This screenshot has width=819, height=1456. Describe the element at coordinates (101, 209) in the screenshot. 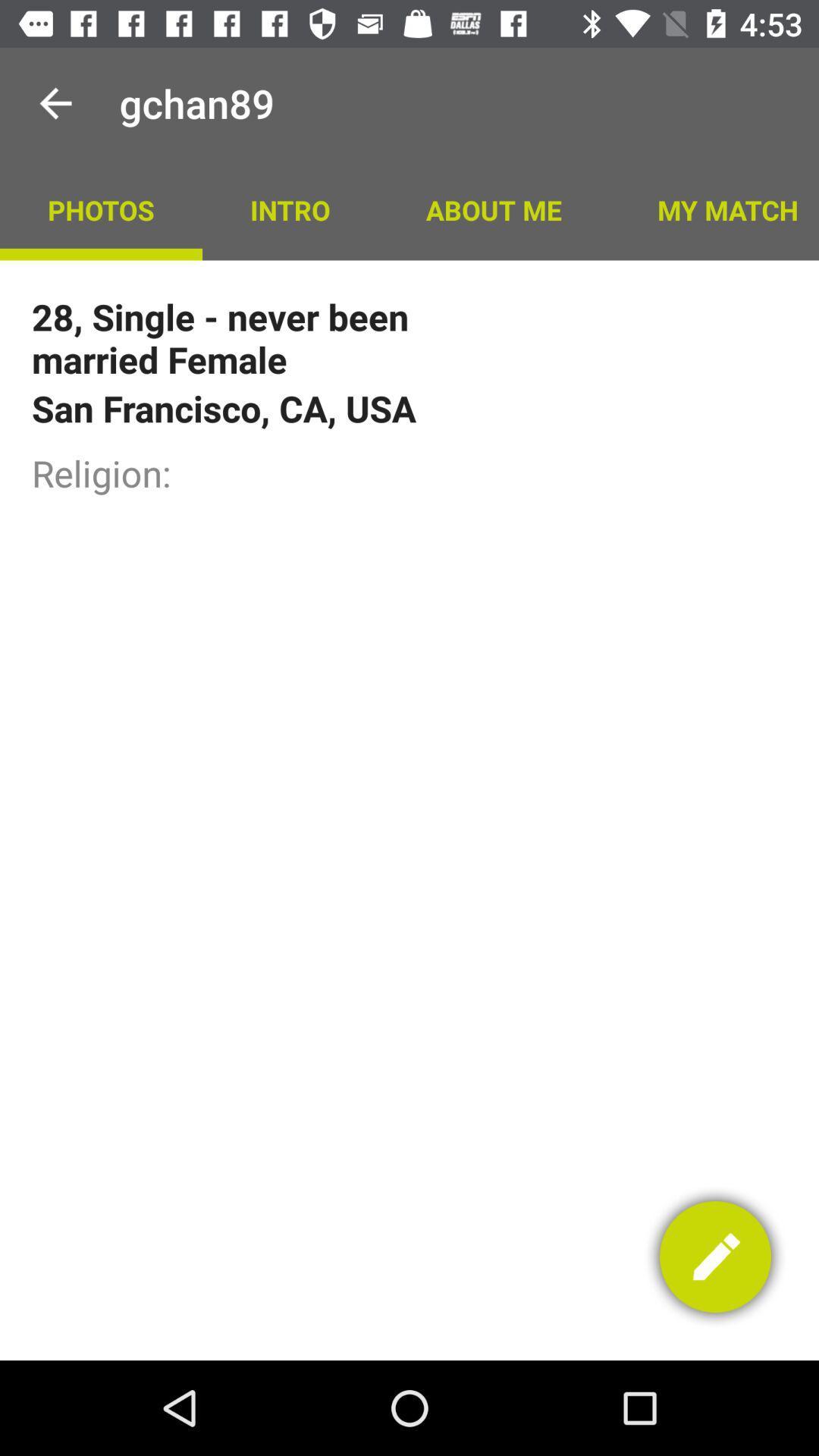

I see `photos icon` at that location.